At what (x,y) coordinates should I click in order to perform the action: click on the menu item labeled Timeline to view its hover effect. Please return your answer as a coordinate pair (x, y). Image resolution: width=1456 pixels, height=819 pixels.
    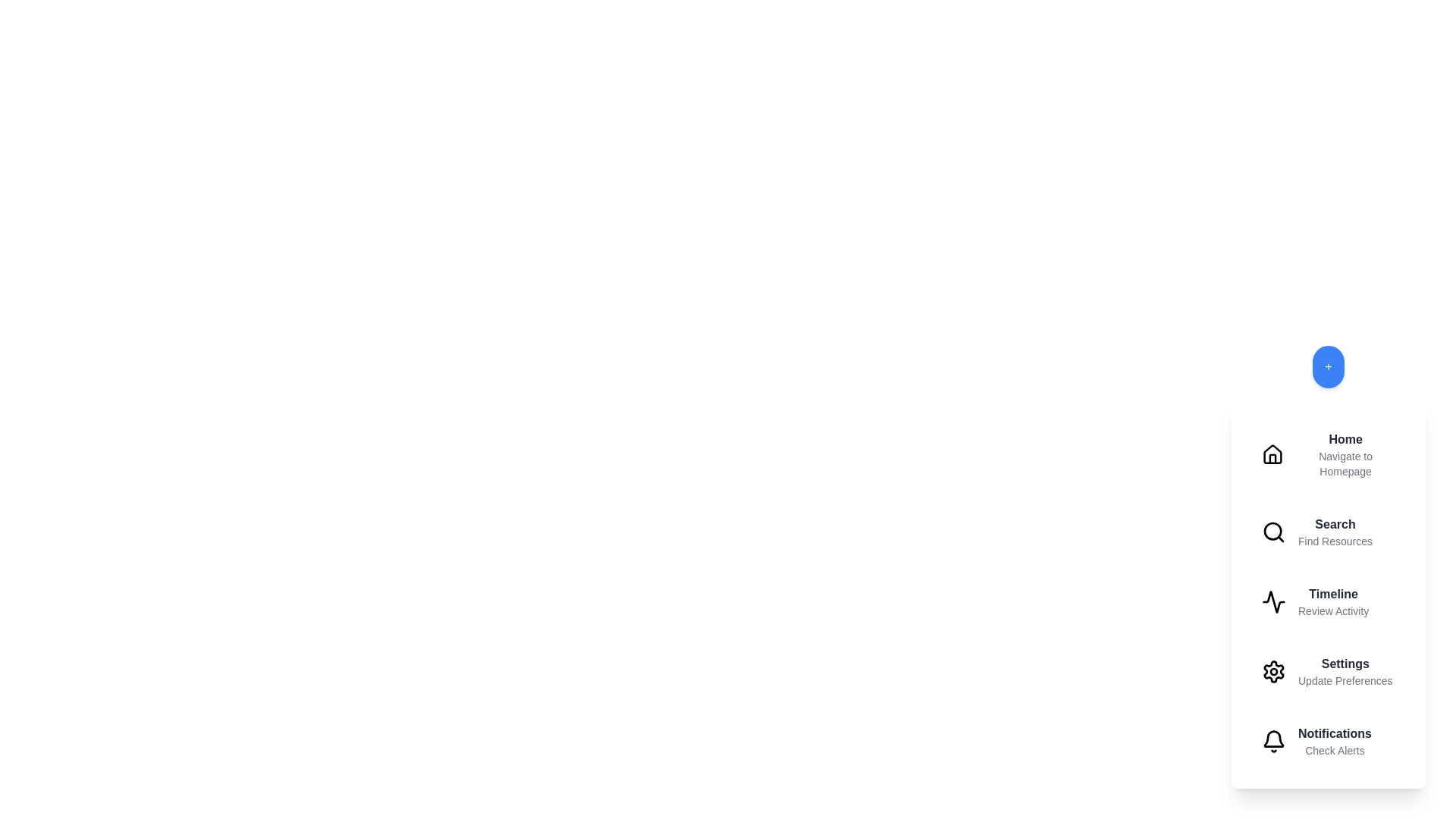
    Looking at the image, I should click on (1328, 601).